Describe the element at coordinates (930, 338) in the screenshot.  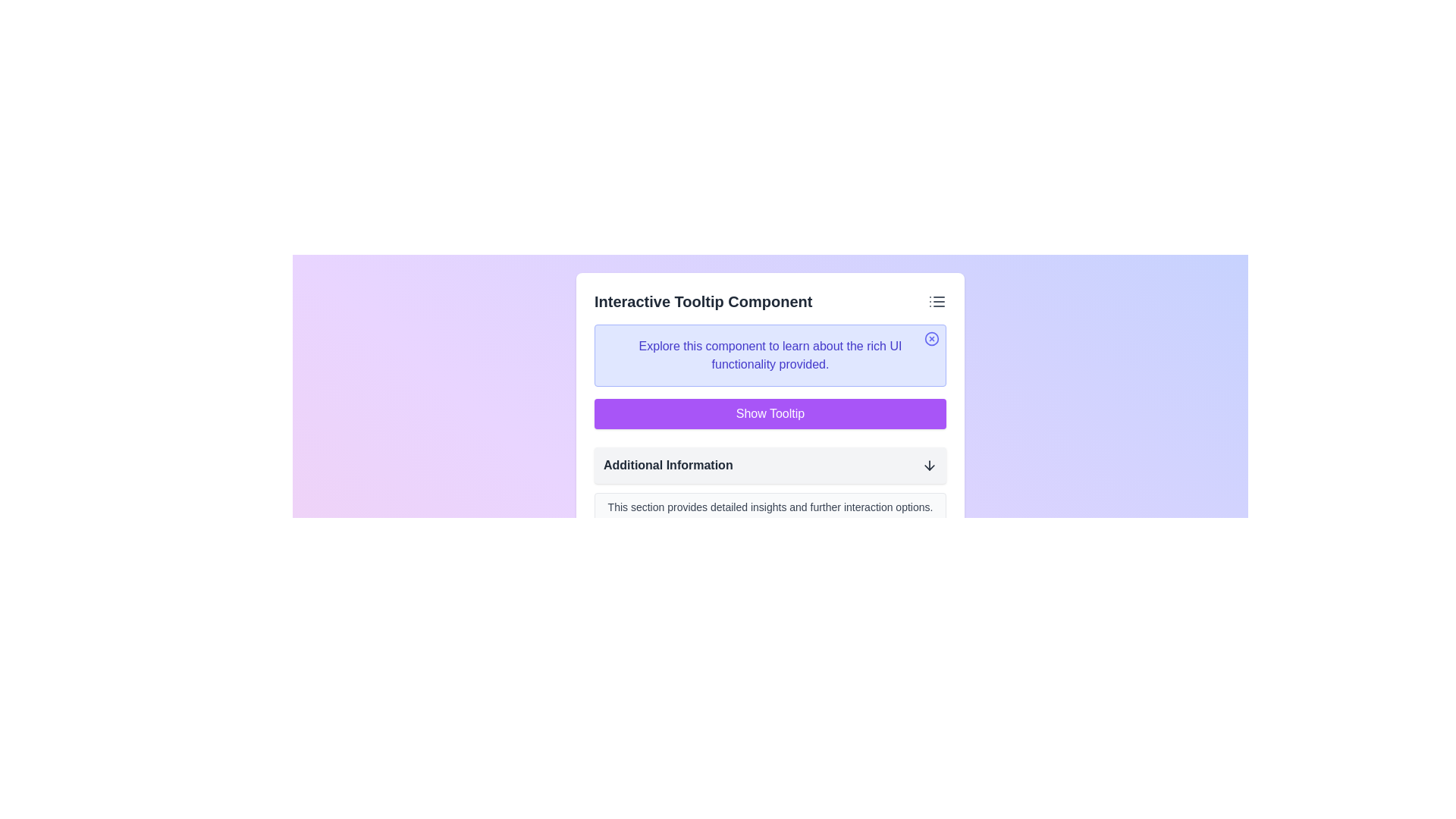
I see `the close or dismiss button located in the top-right corner of the panel to observe any hover effects` at that location.